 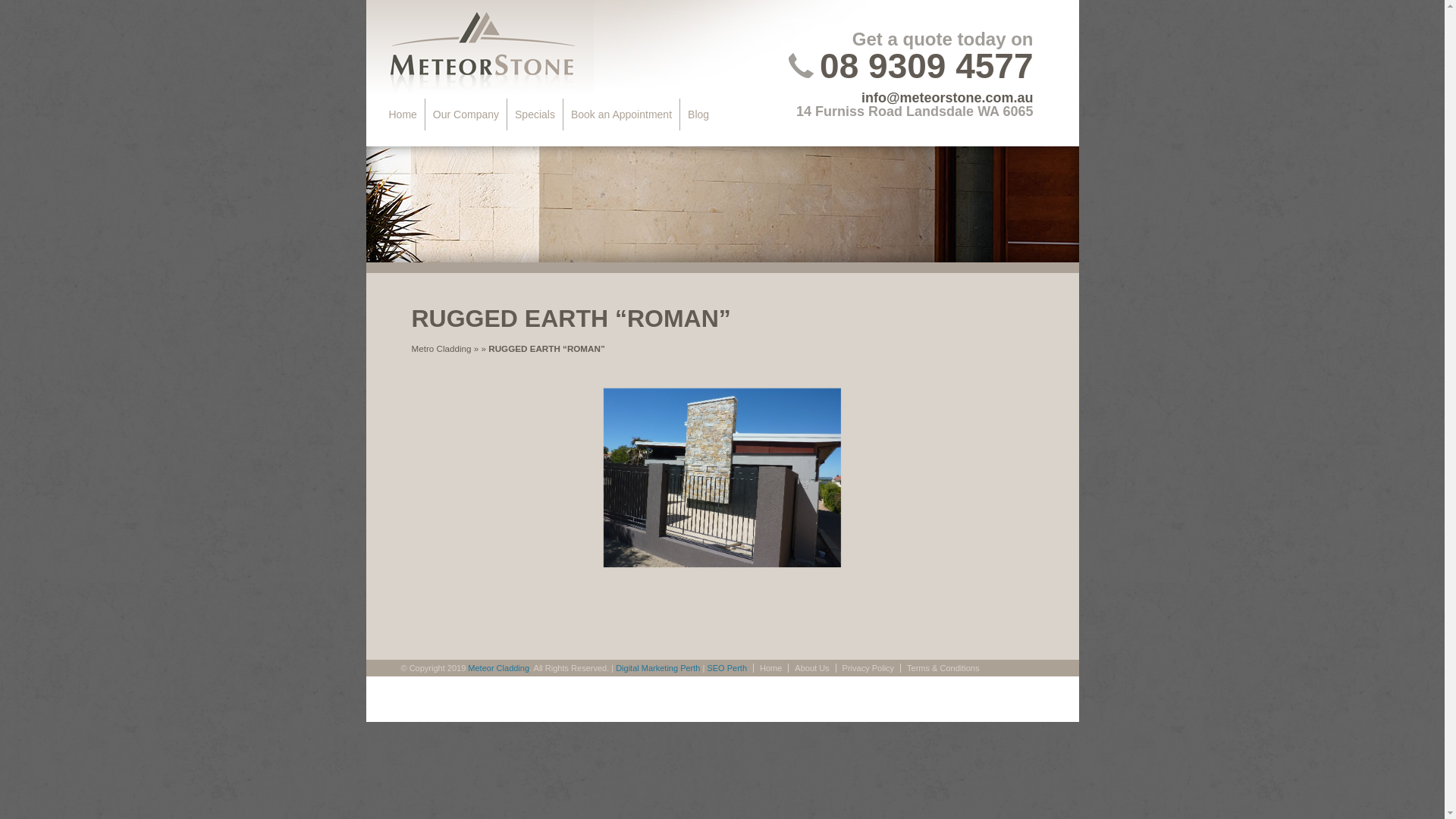 What do you see at coordinates (498, 667) in the screenshot?
I see `'Meteor Cladding'` at bounding box center [498, 667].